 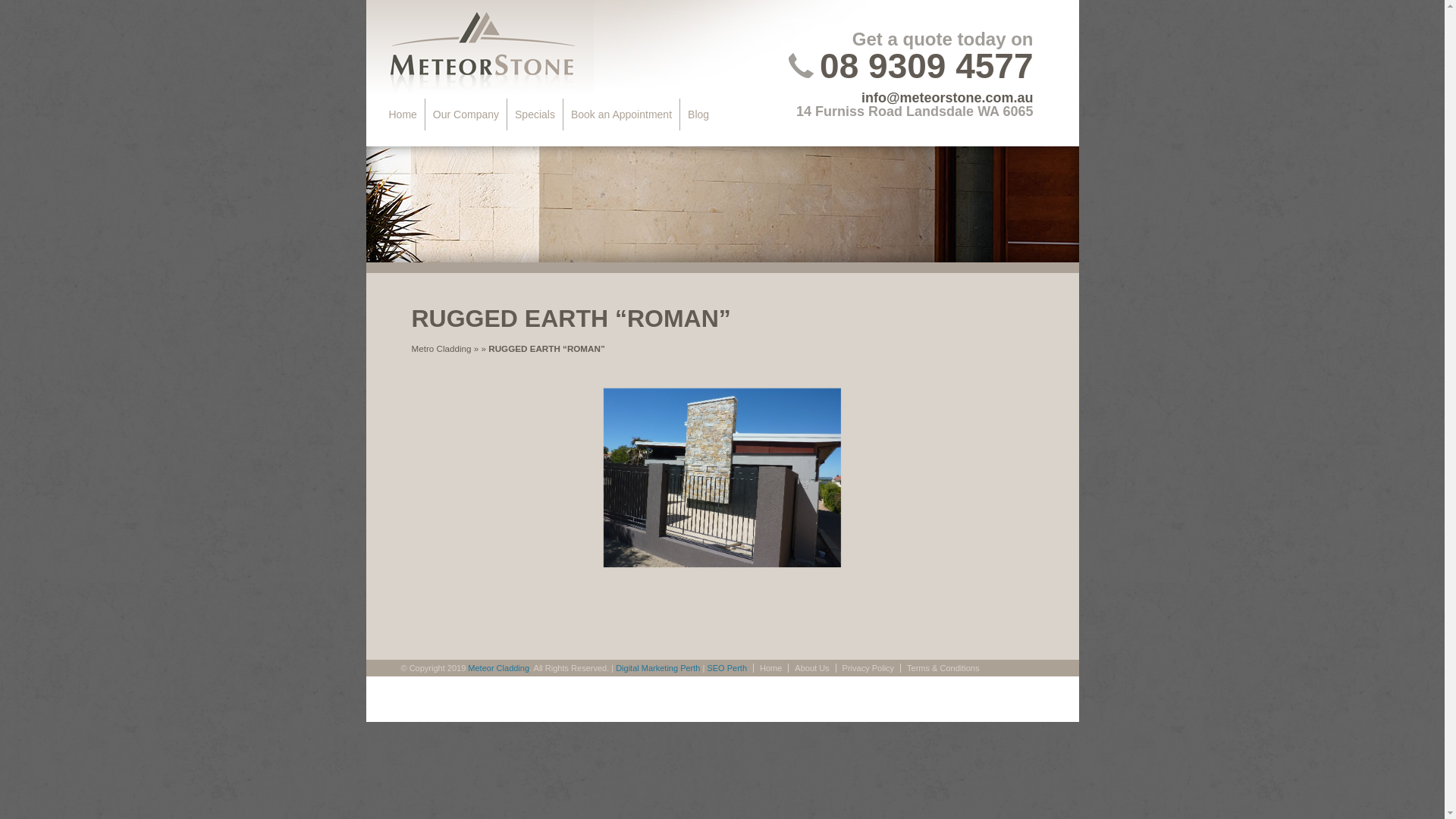 What do you see at coordinates (498, 667) in the screenshot?
I see `'Meteor Cladding'` at bounding box center [498, 667].